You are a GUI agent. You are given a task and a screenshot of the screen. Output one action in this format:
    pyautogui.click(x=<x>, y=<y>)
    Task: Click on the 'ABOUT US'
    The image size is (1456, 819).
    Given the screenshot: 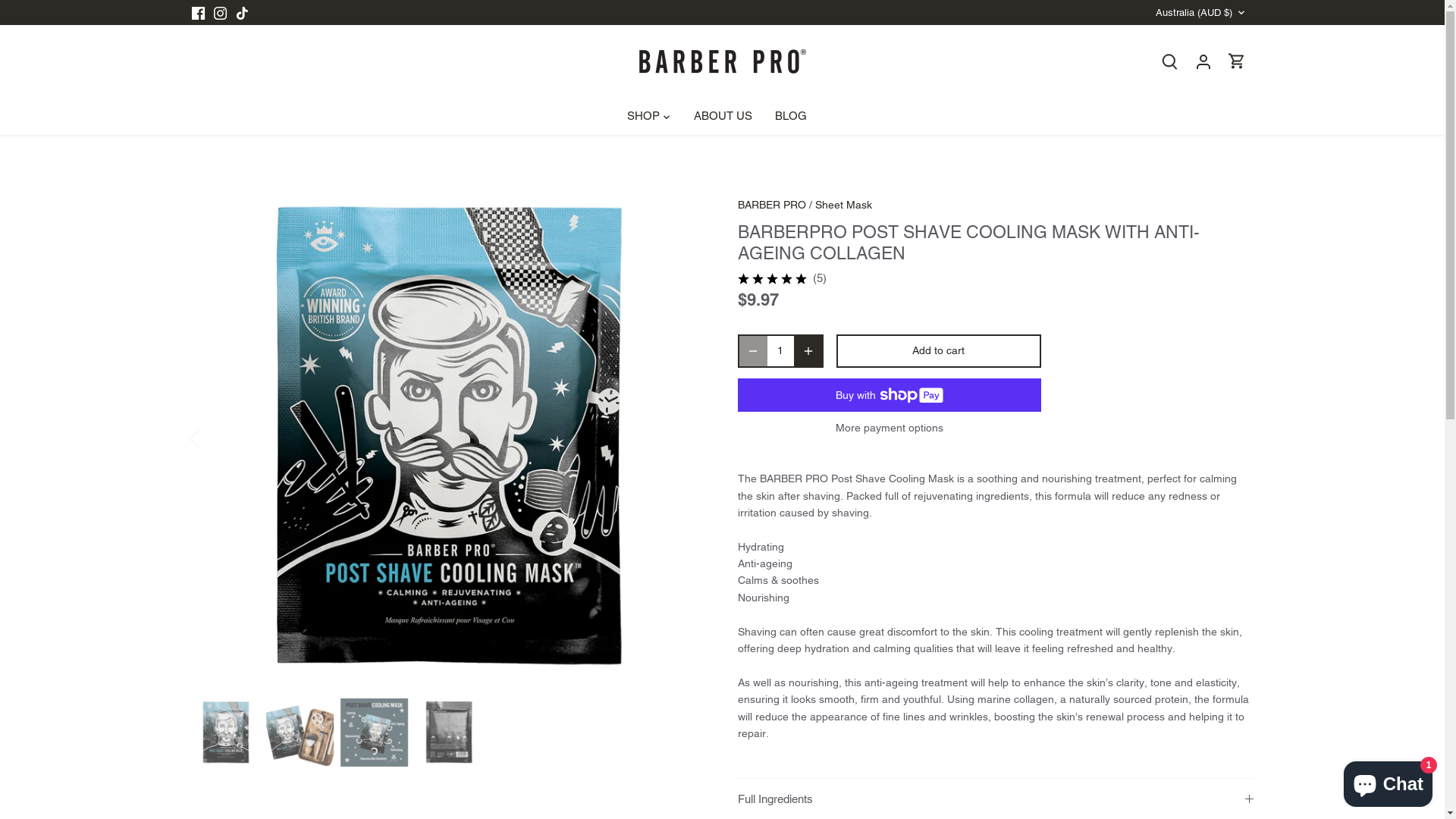 What is the action you would take?
    pyautogui.click(x=722, y=116)
    